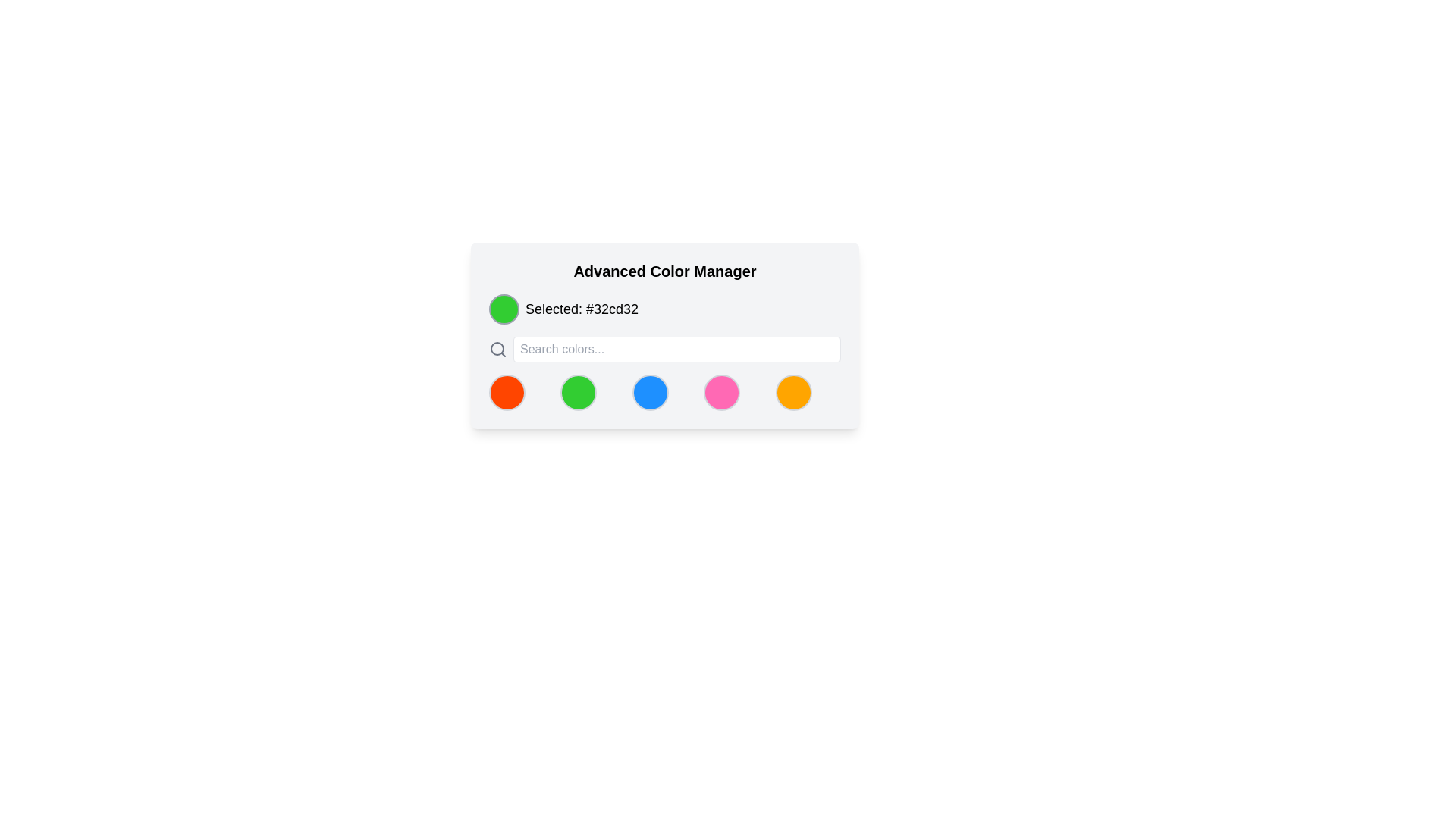 This screenshot has width=1456, height=819. I want to click on the central circle-shaped selectable button representing the color blue, so click(665, 391).